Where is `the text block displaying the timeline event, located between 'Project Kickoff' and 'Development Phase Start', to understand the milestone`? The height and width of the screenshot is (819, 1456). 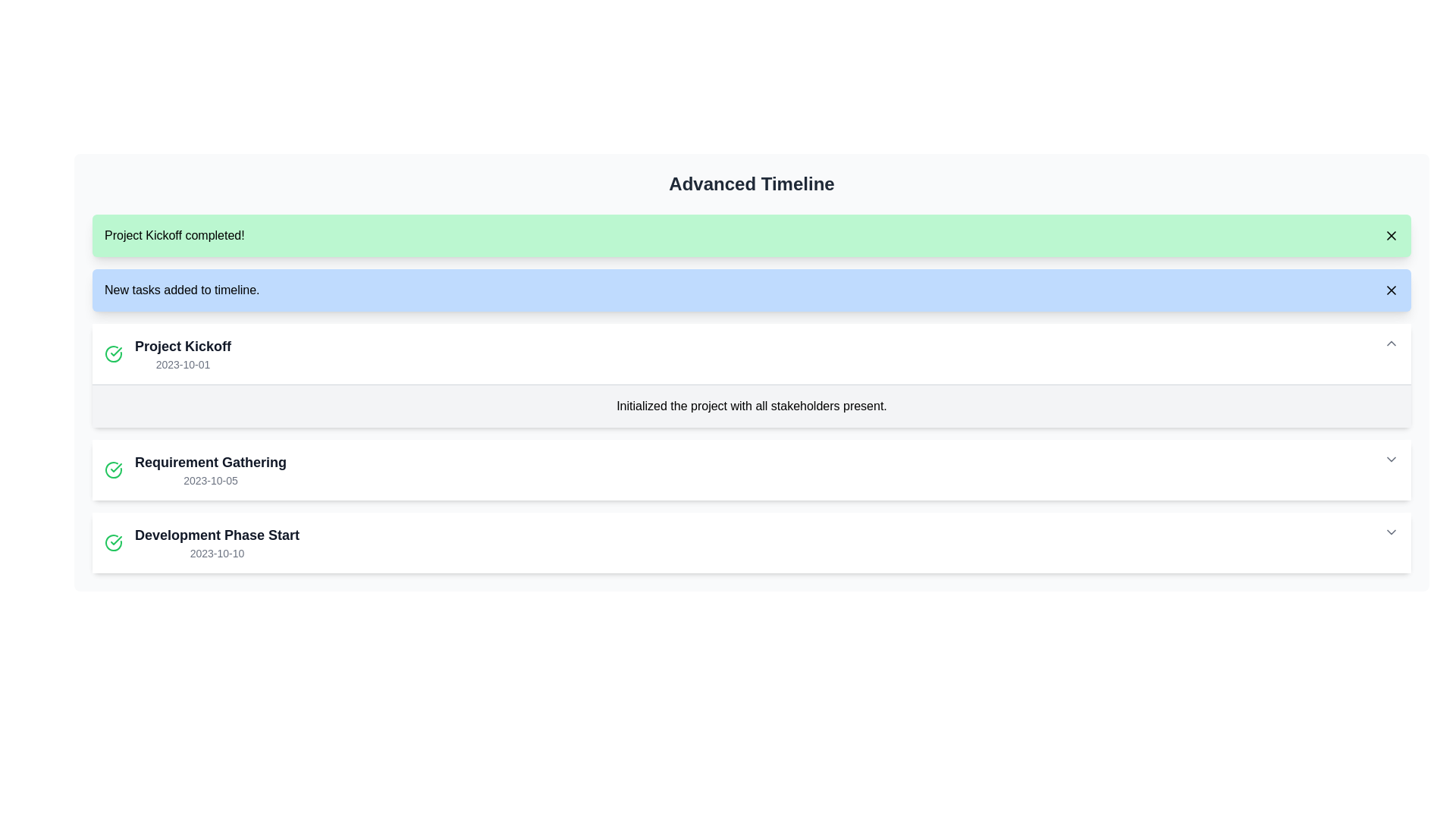 the text block displaying the timeline event, located between 'Project Kickoff' and 'Development Phase Start', to understand the milestone is located at coordinates (210, 469).